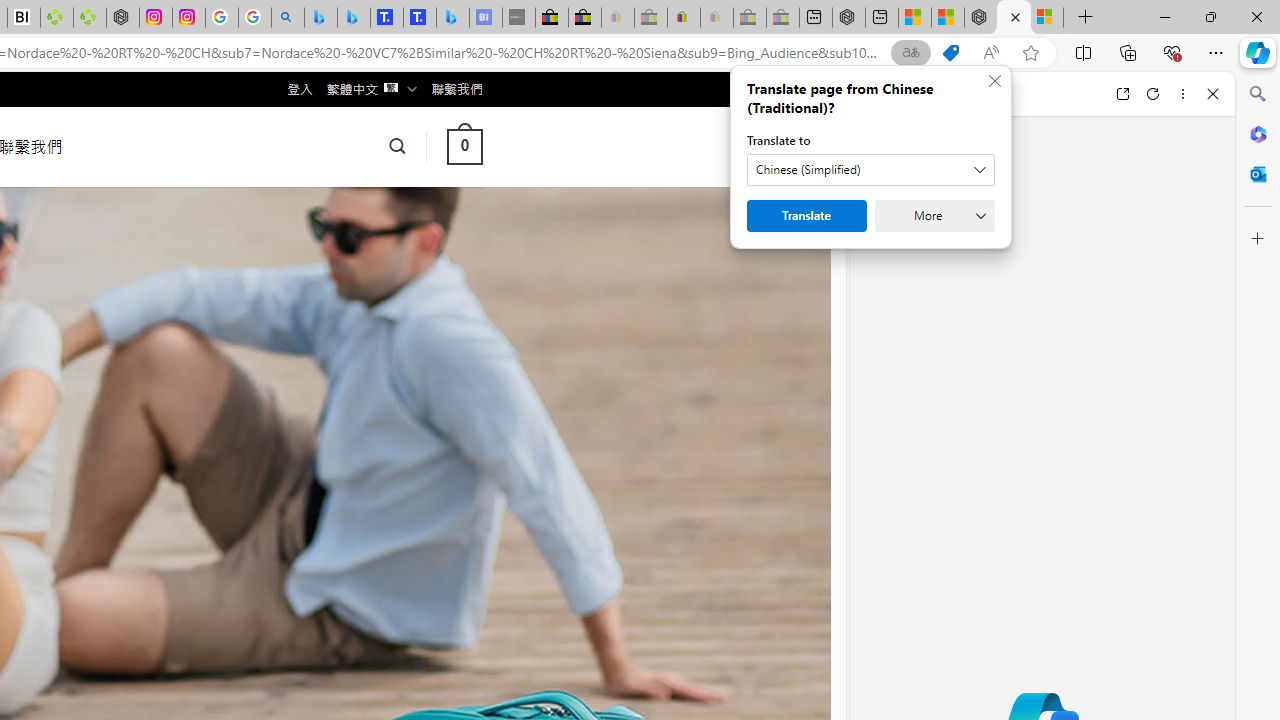  I want to click on 'Translate to', so click(871, 168).